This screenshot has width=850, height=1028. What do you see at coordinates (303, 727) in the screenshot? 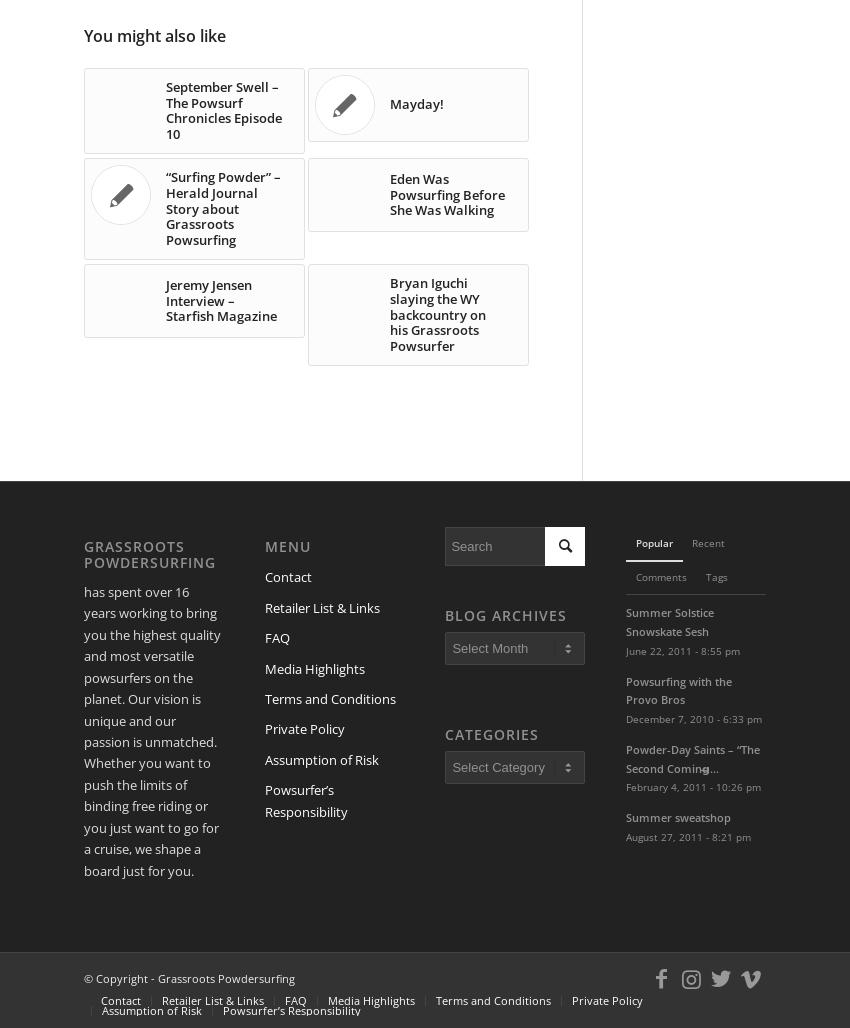
I see `'Private Policy'` at bounding box center [303, 727].